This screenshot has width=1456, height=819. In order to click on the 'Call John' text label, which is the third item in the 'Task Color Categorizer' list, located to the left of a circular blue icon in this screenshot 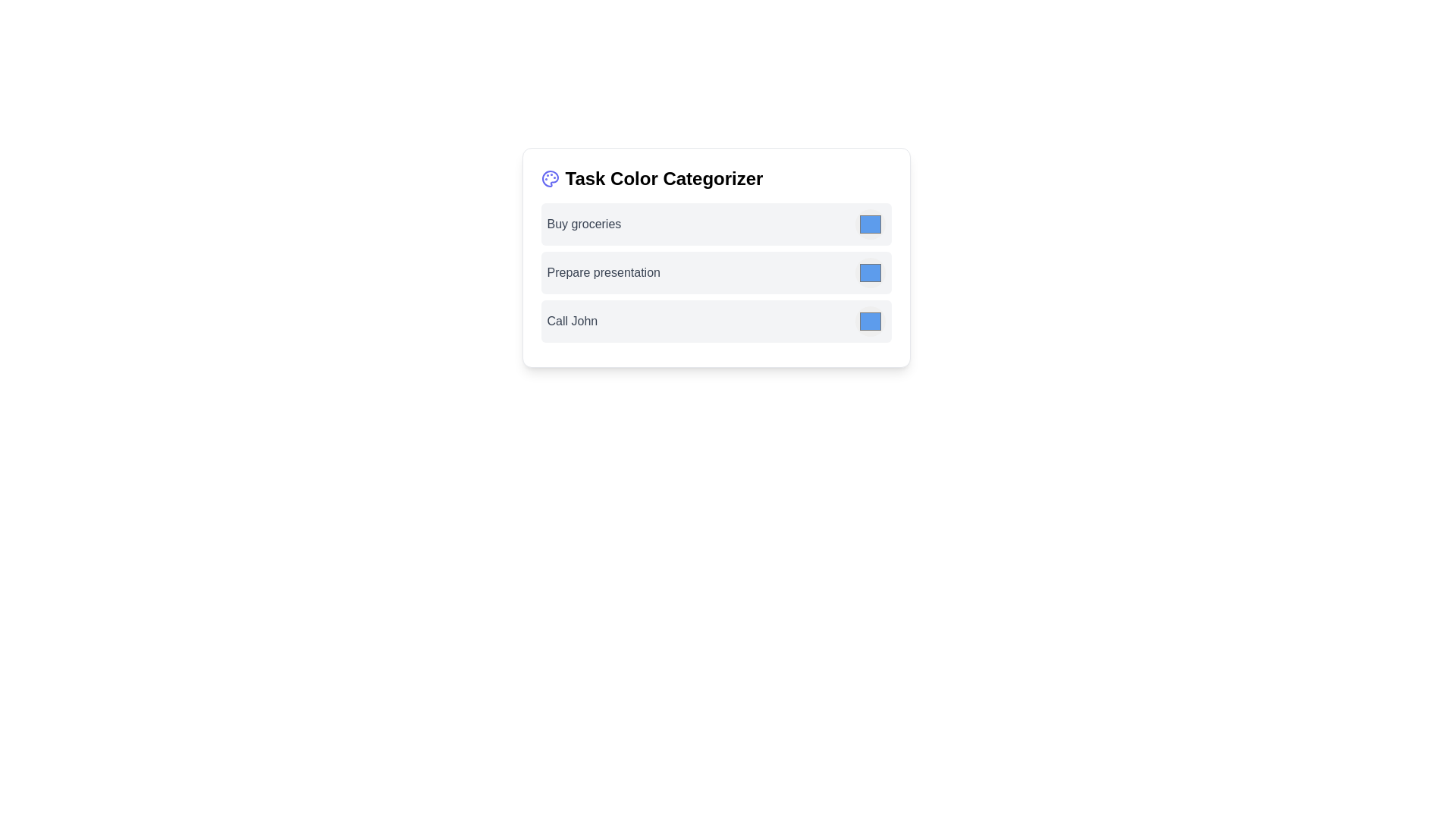, I will do `click(571, 321)`.